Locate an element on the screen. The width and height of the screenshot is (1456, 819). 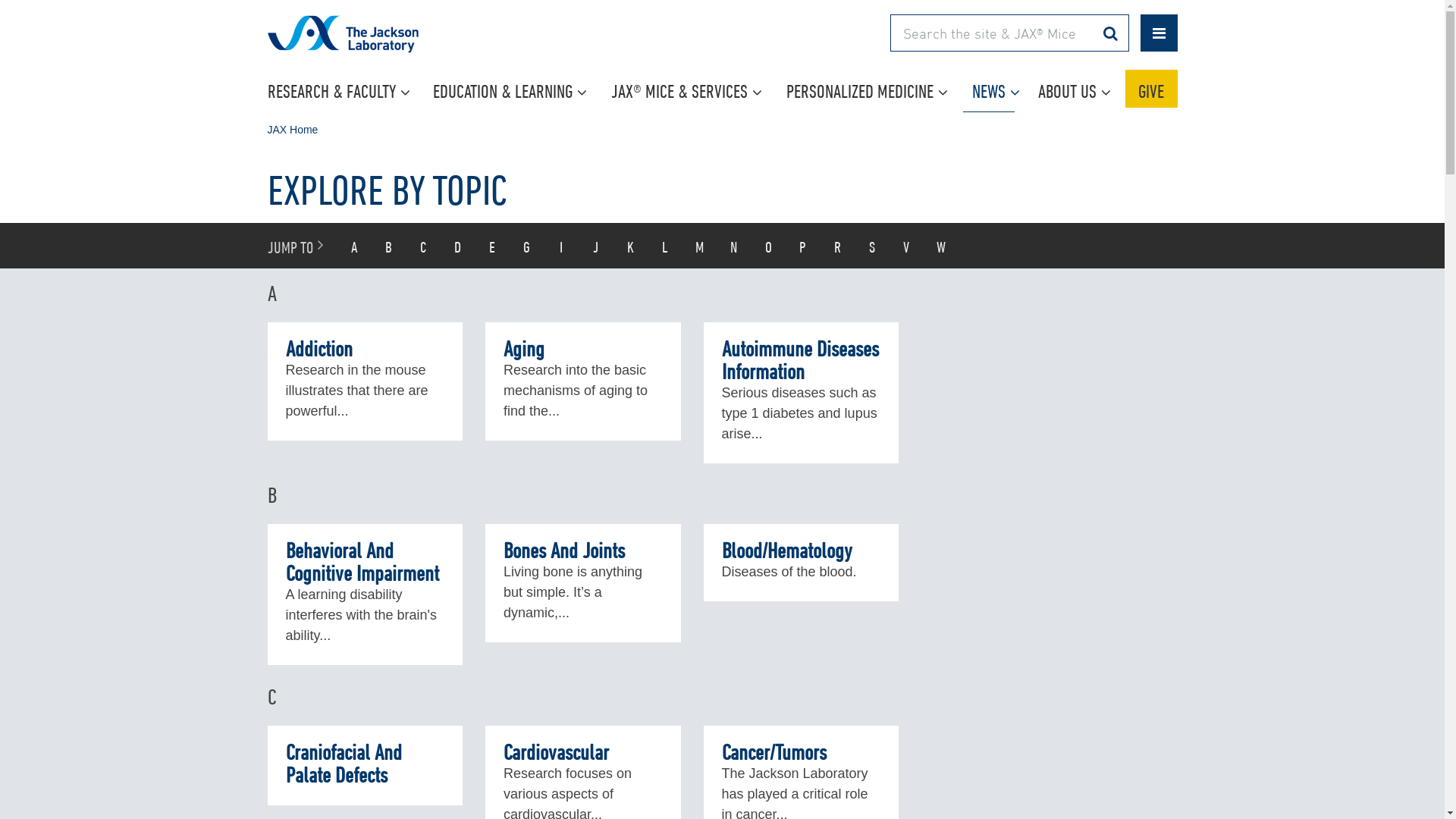
'R' is located at coordinates (836, 245).